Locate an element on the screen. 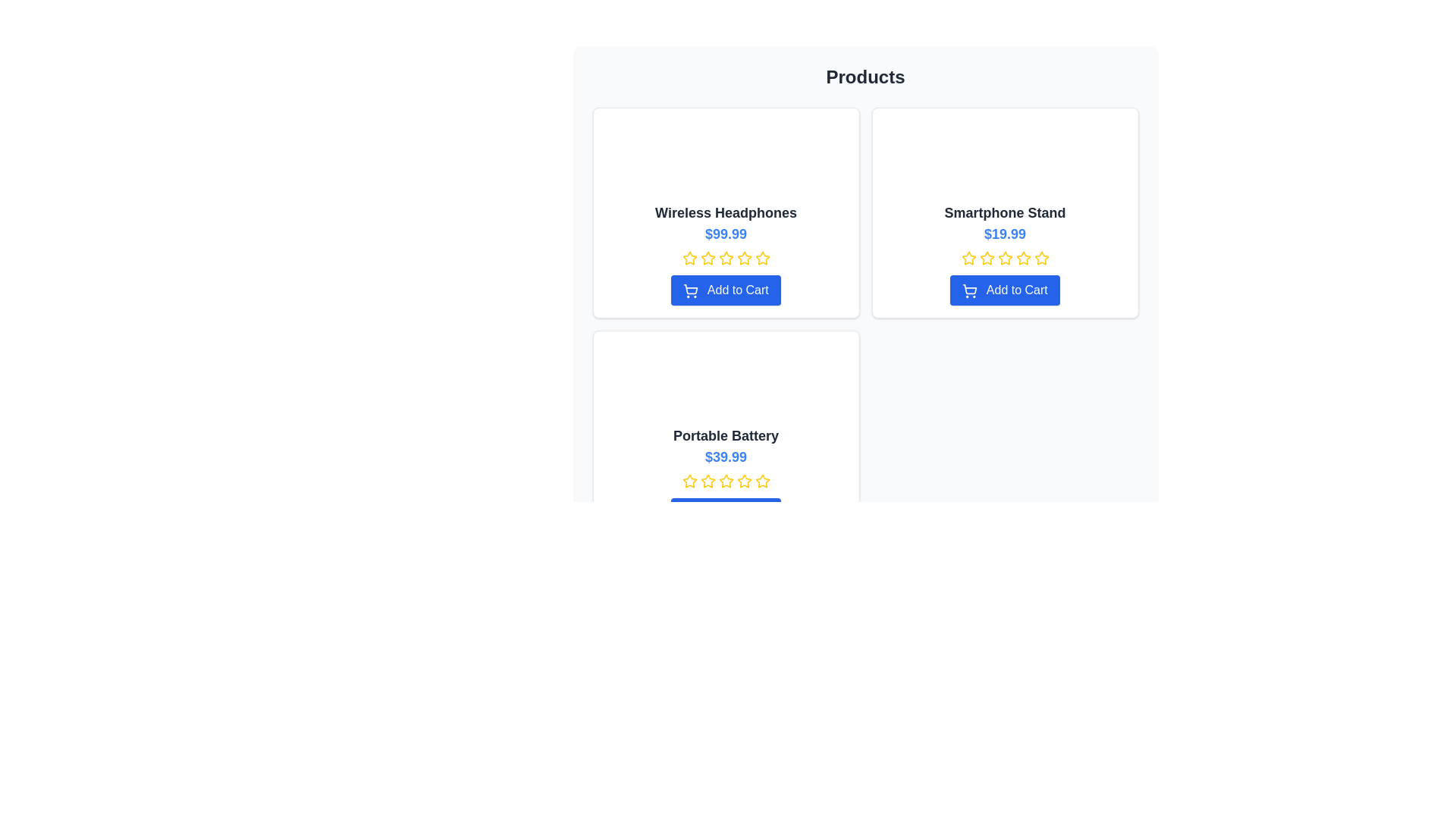 This screenshot has width=1456, height=819. the fourth yellow star icon in the 5-star rating system located below the 'Wireless Headphones' section is located at coordinates (744, 257).